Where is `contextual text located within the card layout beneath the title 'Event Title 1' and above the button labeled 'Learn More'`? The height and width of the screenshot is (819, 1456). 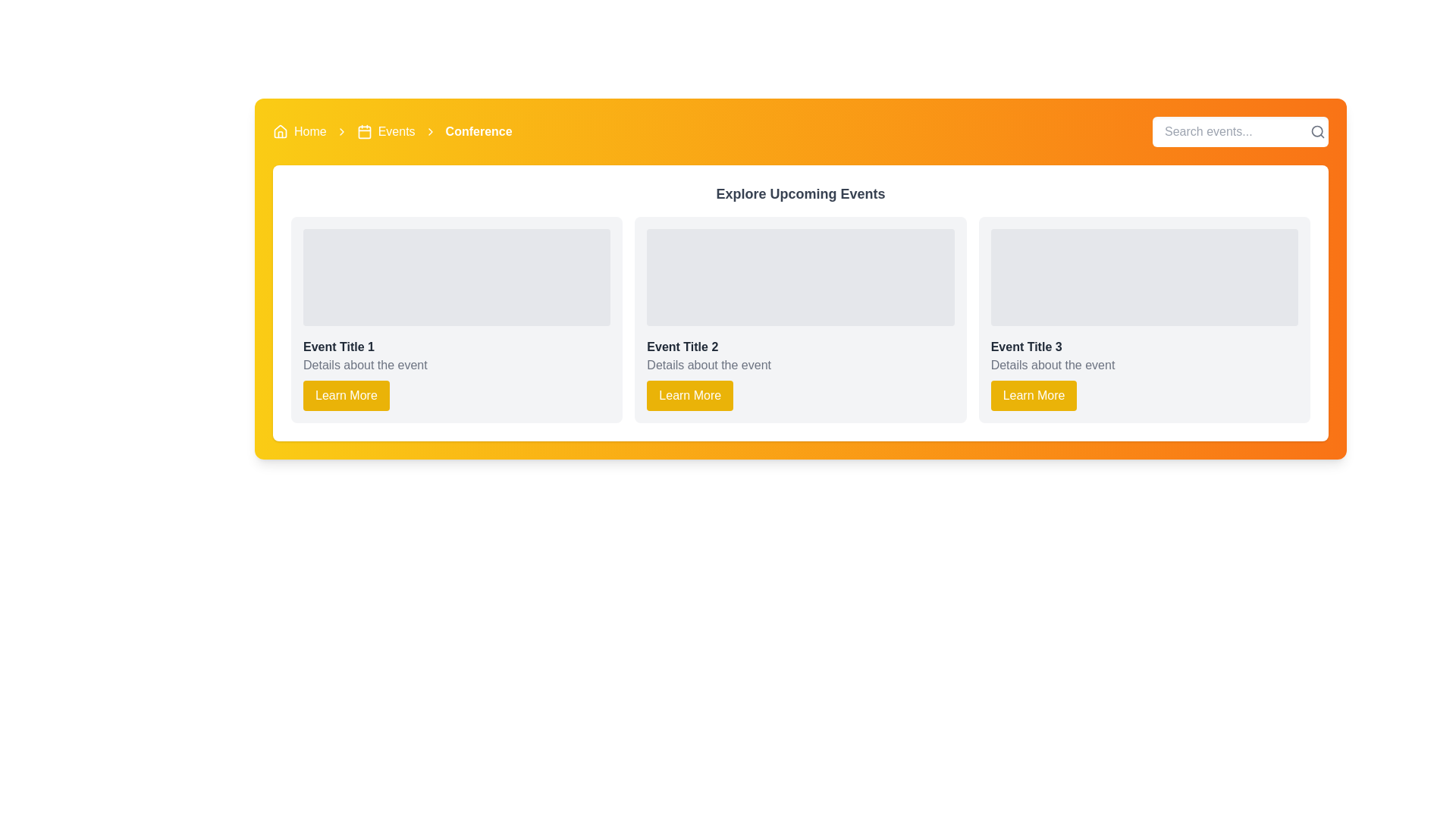
contextual text located within the card layout beneath the title 'Event Title 1' and above the button labeled 'Learn More' is located at coordinates (365, 366).